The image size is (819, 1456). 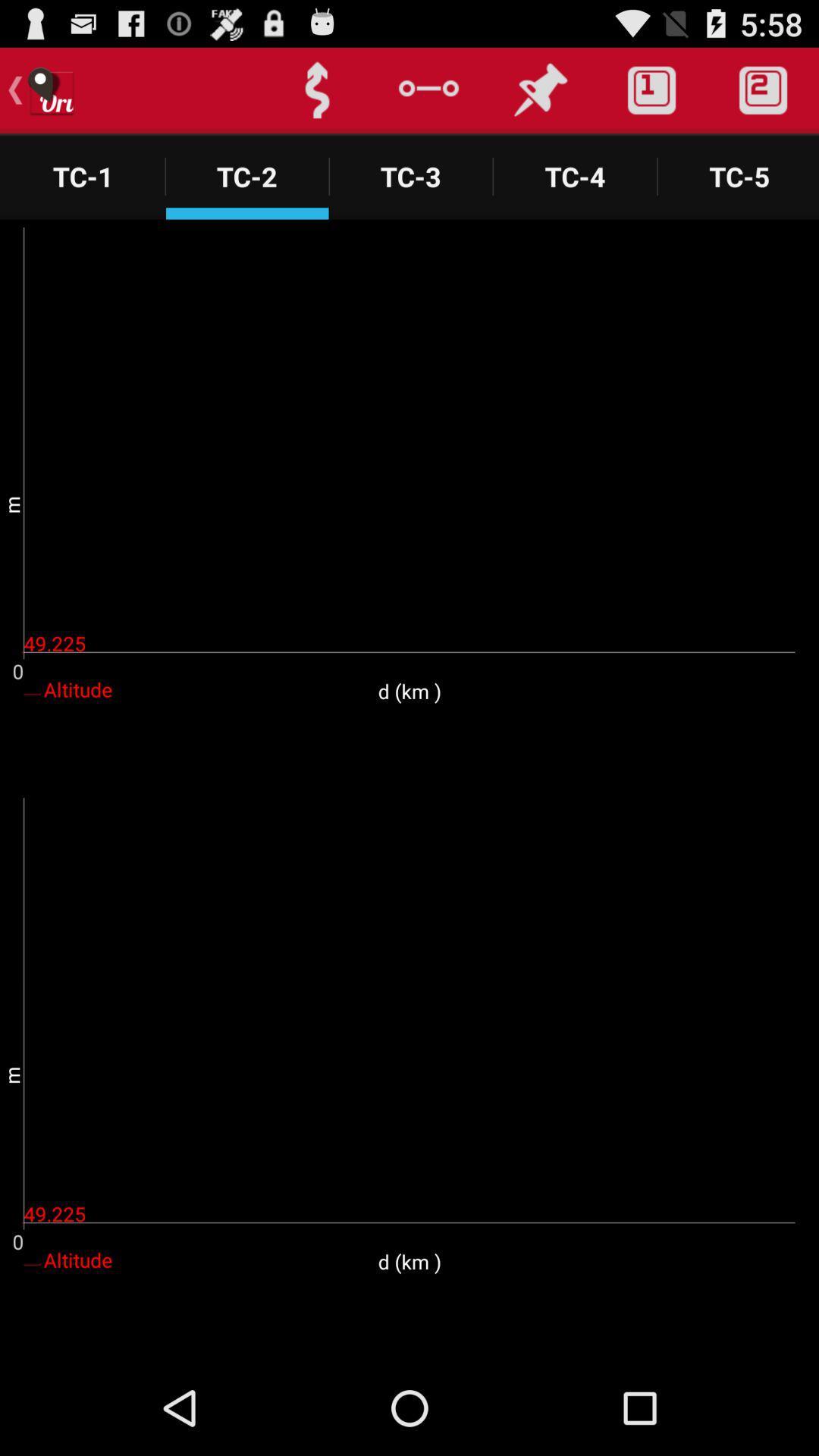 What do you see at coordinates (651, 89) in the screenshot?
I see `app above tc-4` at bounding box center [651, 89].